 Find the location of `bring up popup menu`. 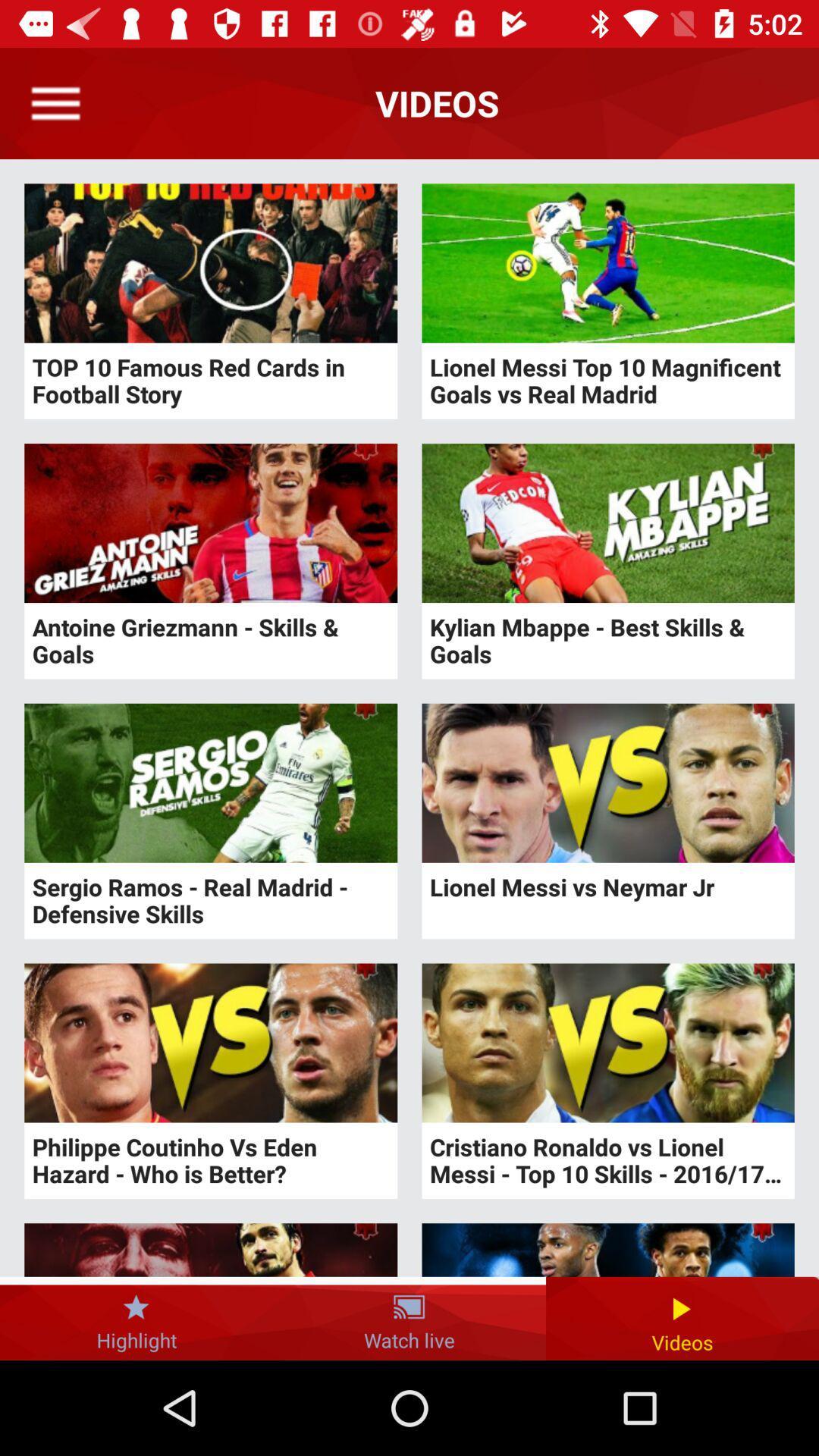

bring up popup menu is located at coordinates (55, 102).